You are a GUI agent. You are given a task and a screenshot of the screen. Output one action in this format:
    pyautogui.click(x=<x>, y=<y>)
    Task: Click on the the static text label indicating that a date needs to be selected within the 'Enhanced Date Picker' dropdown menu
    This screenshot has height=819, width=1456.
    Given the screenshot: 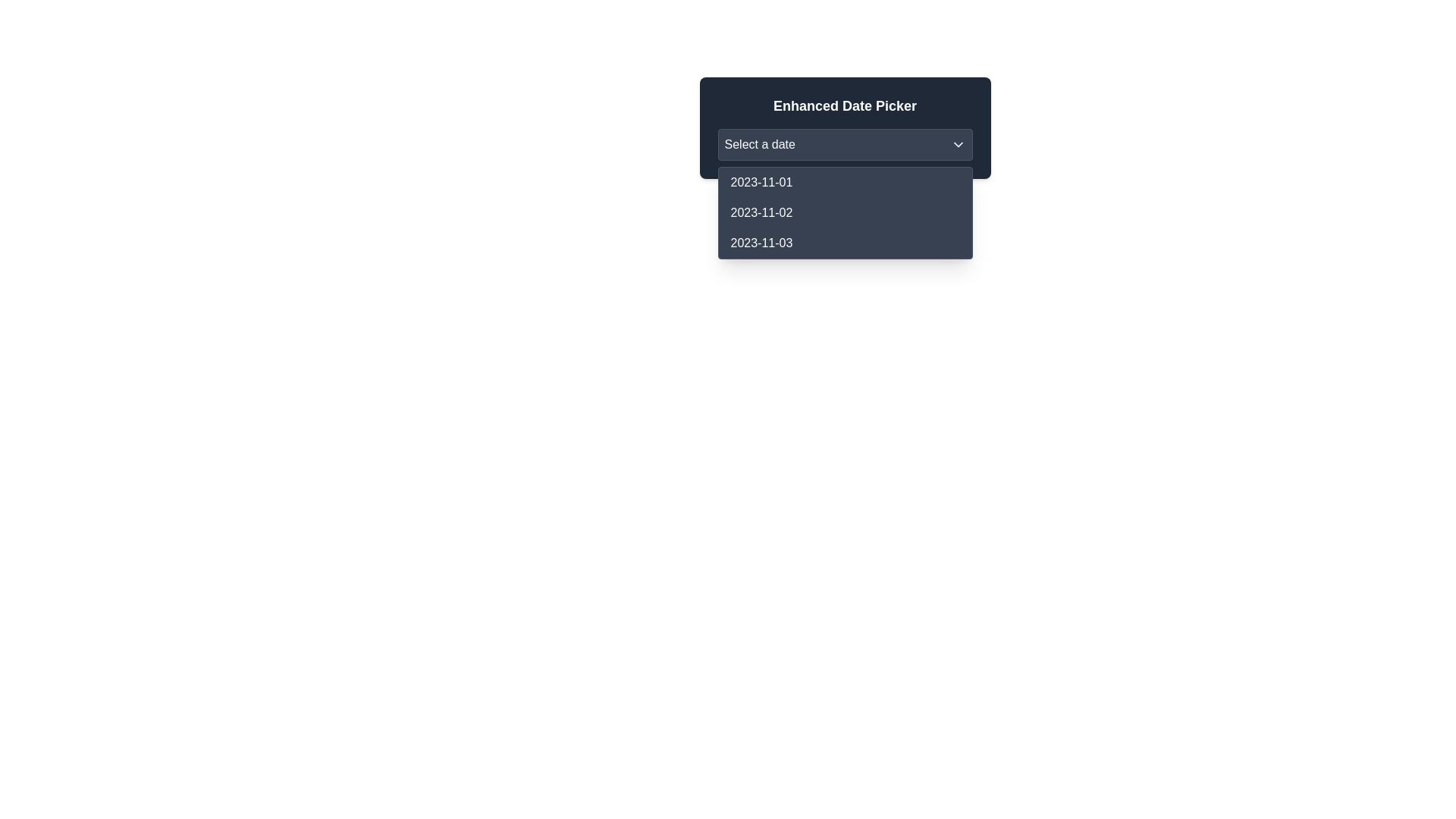 What is the action you would take?
    pyautogui.click(x=760, y=145)
    